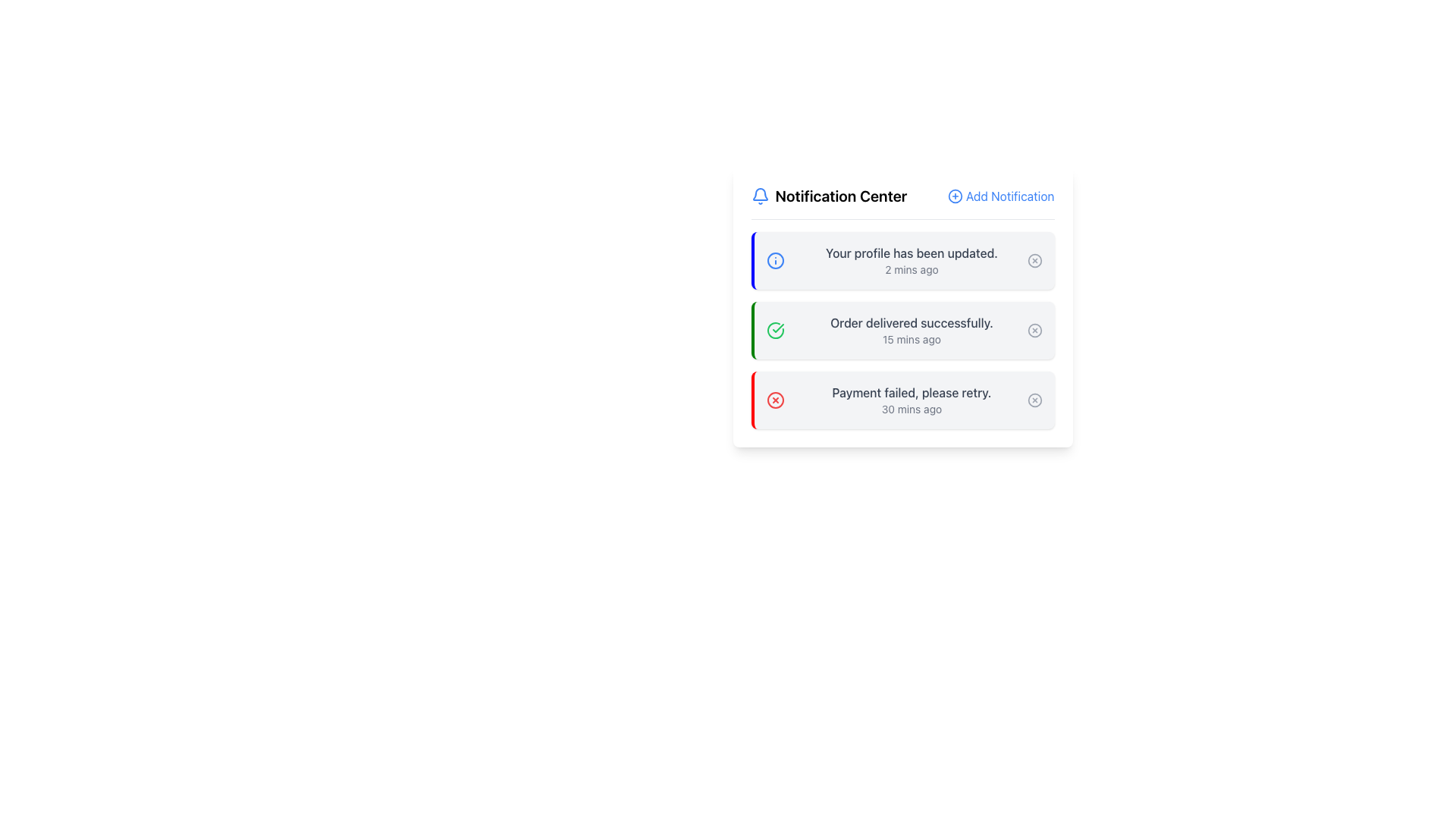 This screenshot has width=1456, height=819. I want to click on the text snippet displaying 'Your profile has been updated.' which is styled in gray and located in the first notification of the vertical stack, so click(911, 253).